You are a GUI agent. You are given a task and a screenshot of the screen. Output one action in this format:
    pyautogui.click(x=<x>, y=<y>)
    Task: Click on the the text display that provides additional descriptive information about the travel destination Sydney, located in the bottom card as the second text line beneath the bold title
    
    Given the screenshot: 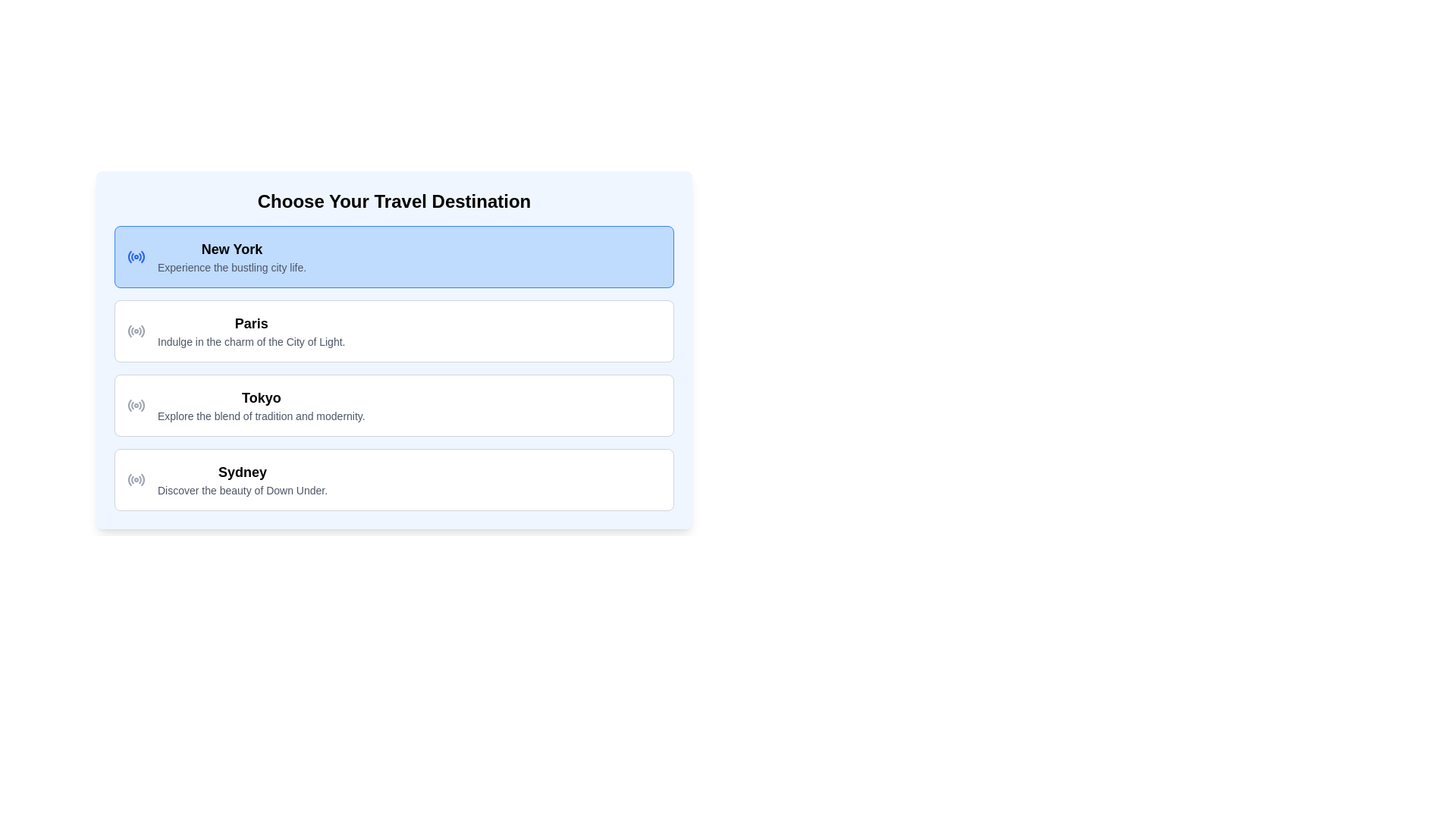 What is the action you would take?
    pyautogui.click(x=243, y=491)
    